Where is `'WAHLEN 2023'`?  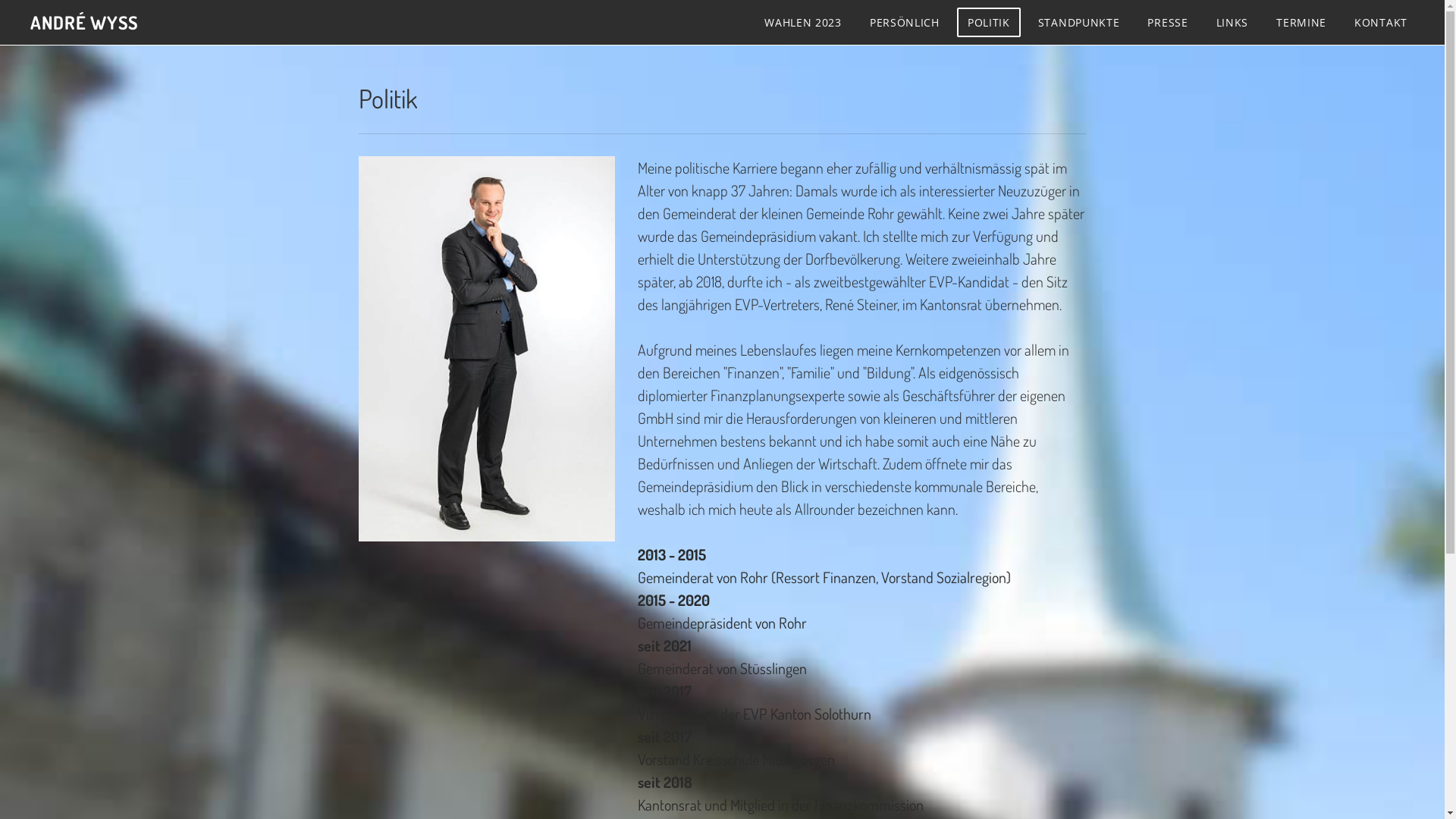 'WAHLEN 2023' is located at coordinates (753, 22).